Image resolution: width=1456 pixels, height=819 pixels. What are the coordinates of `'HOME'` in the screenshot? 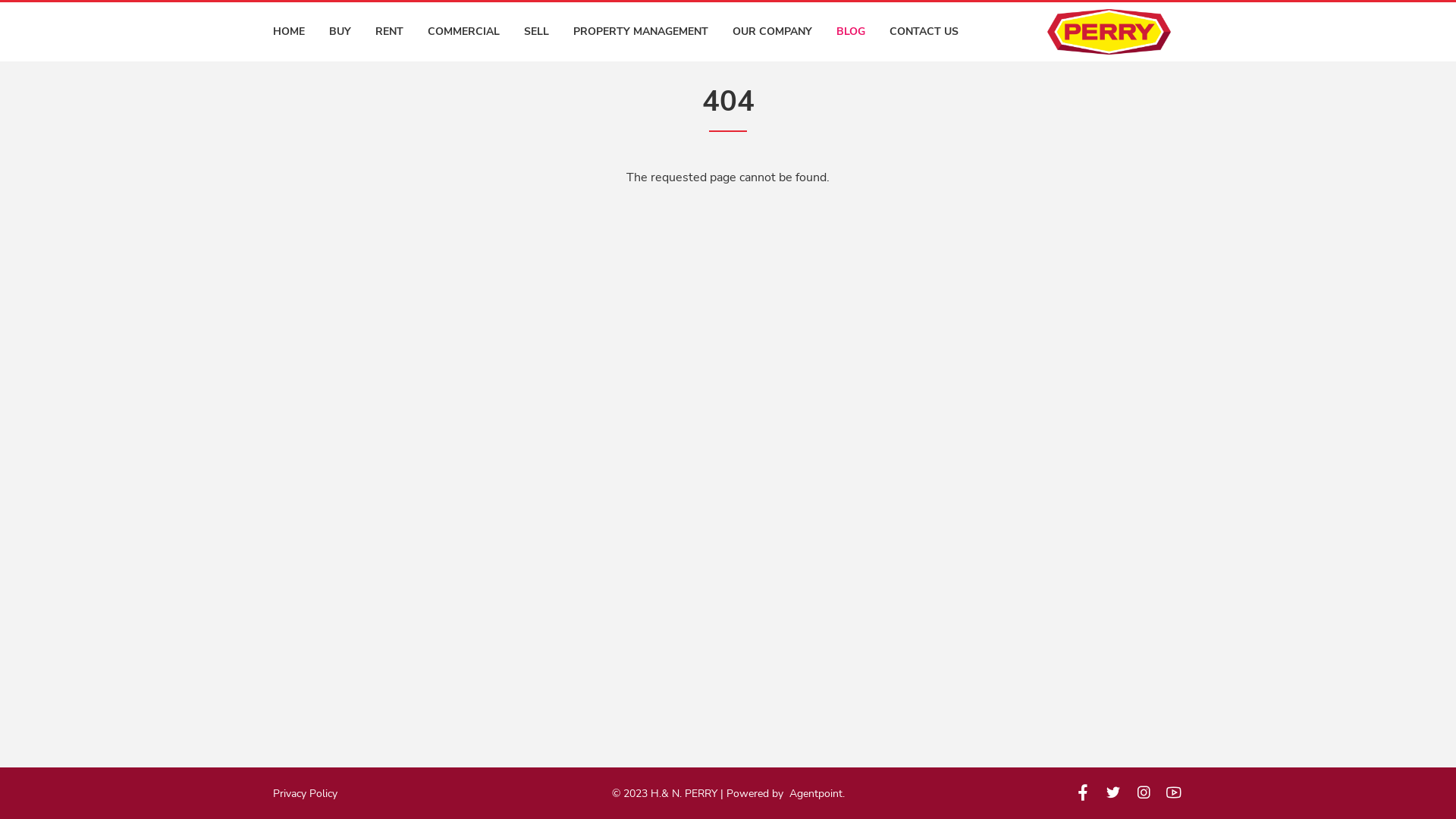 It's located at (288, 32).